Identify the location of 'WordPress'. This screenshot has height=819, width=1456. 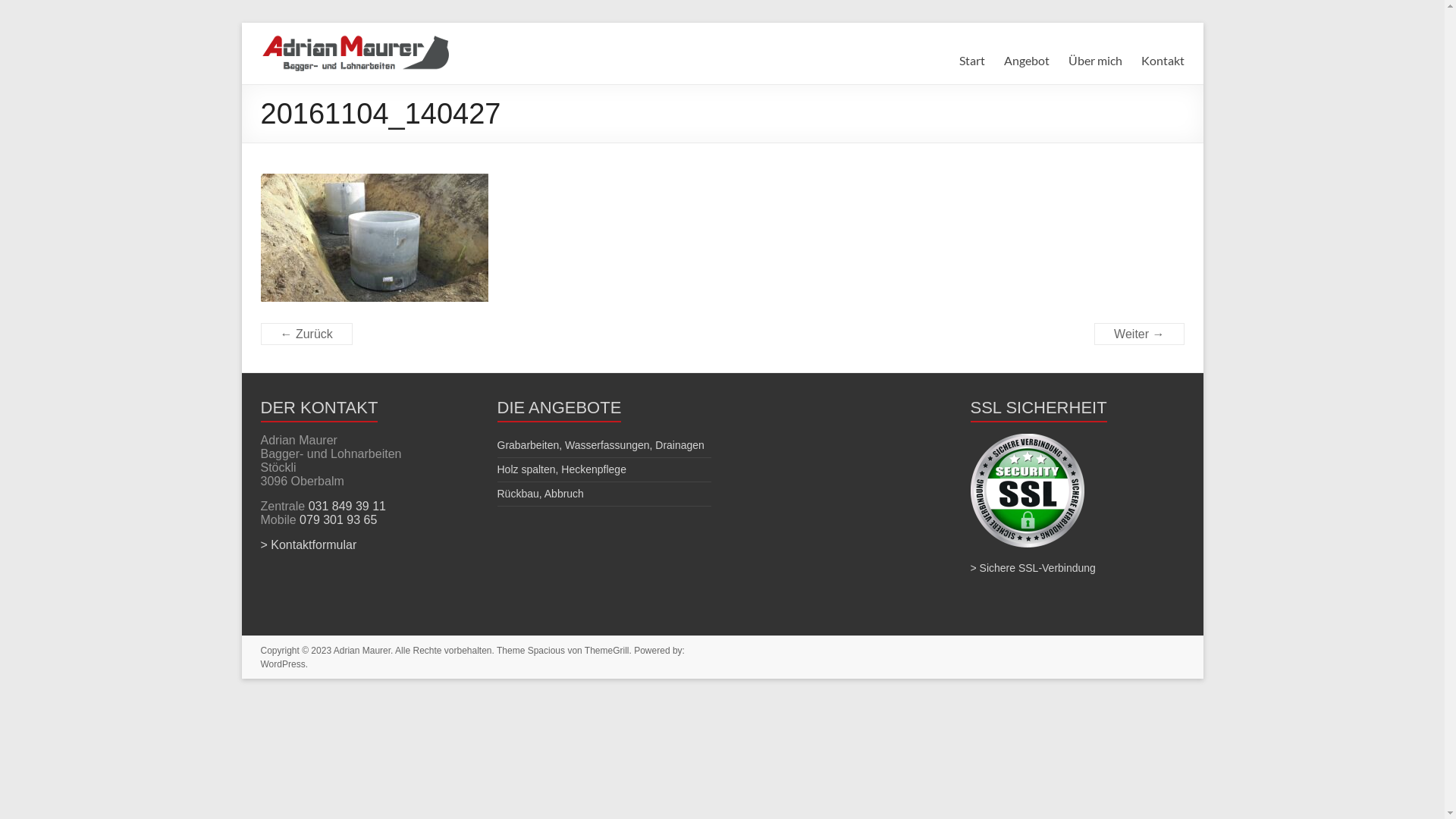
(283, 663).